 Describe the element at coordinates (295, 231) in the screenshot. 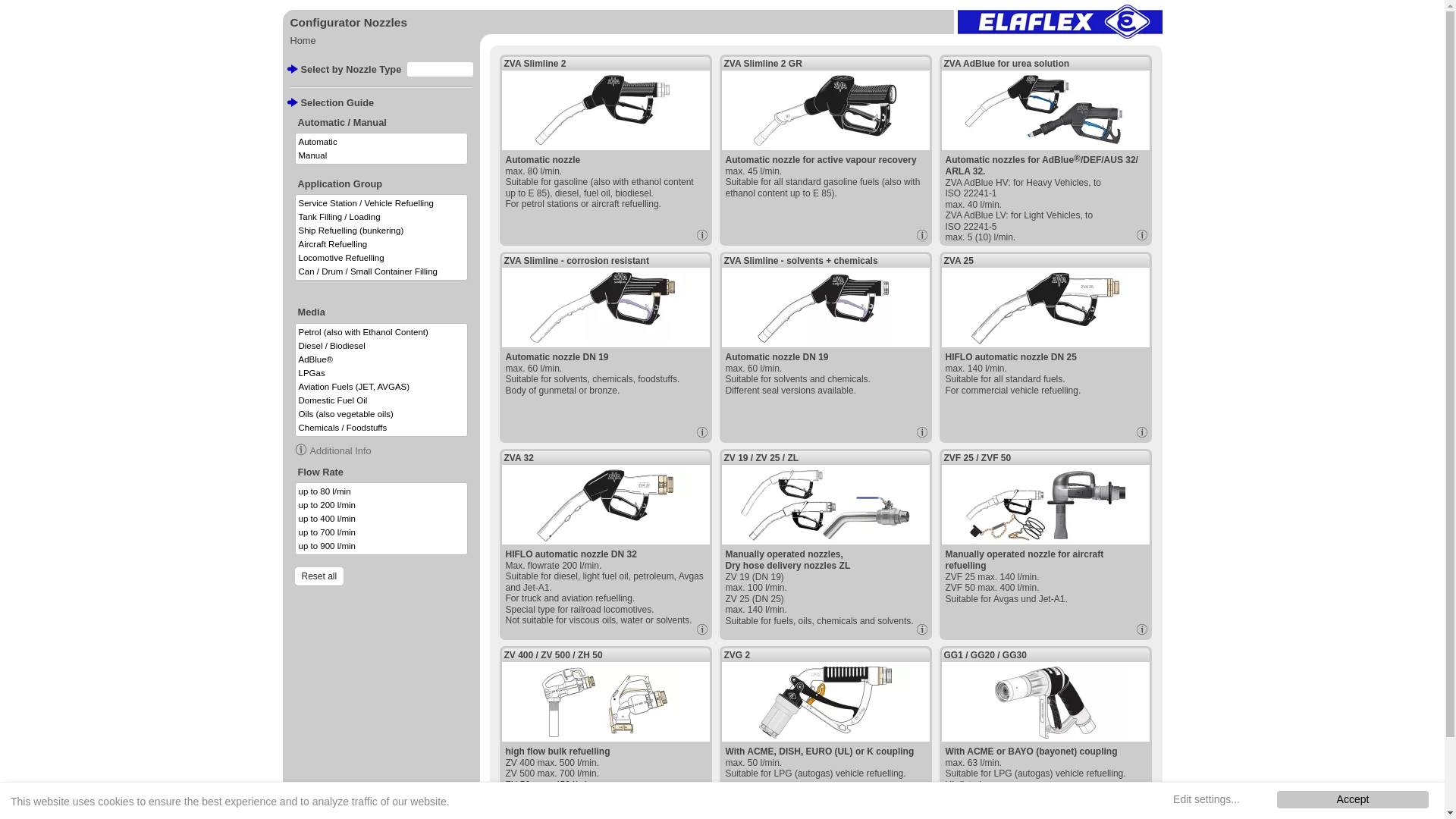

I see `'Ship Refuelling (bunkering)'` at that location.